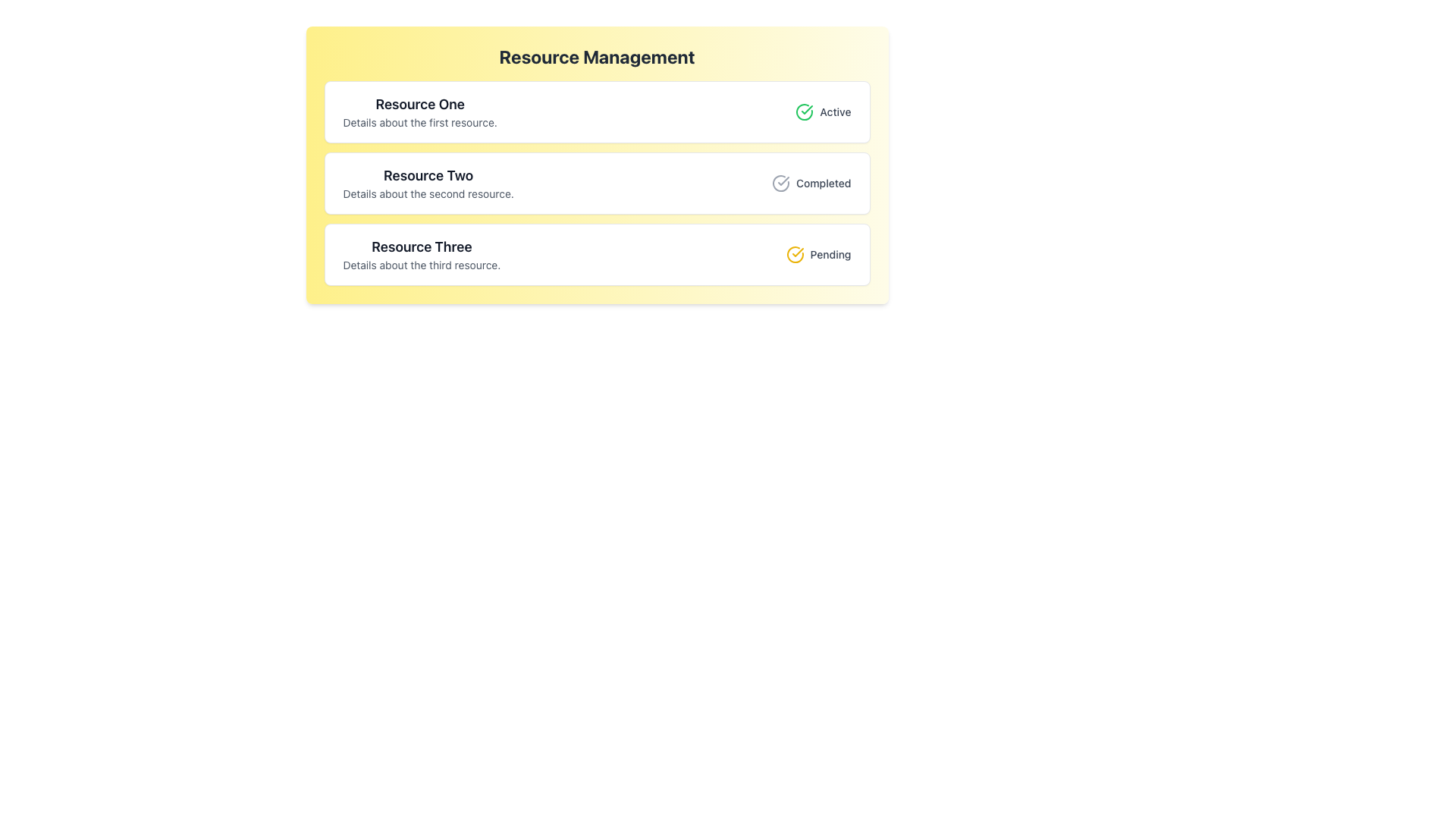  What do you see at coordinates (822, 111) in the screenshot?
I see `text label 'Active' next to the green check mark icon in the topmost box labeled 'Resource One' to confirm its status` at bounding box center [822, 111].